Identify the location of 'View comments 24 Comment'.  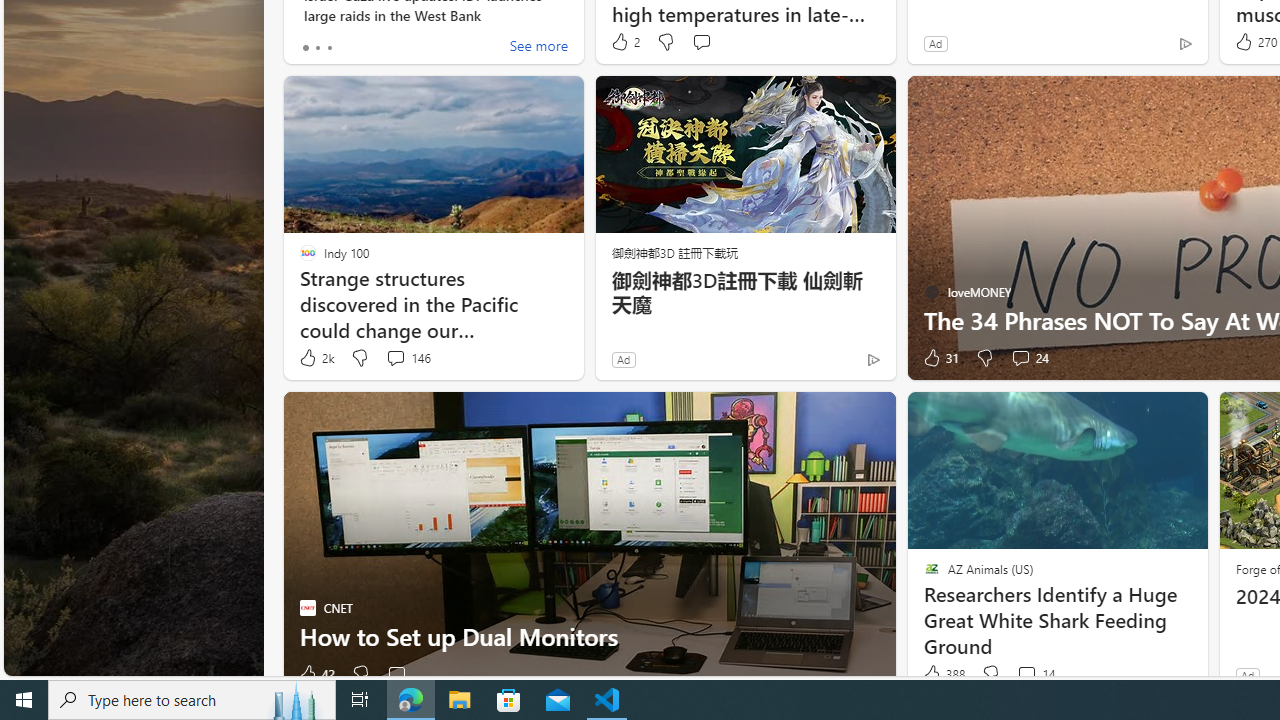
(1029, 357).